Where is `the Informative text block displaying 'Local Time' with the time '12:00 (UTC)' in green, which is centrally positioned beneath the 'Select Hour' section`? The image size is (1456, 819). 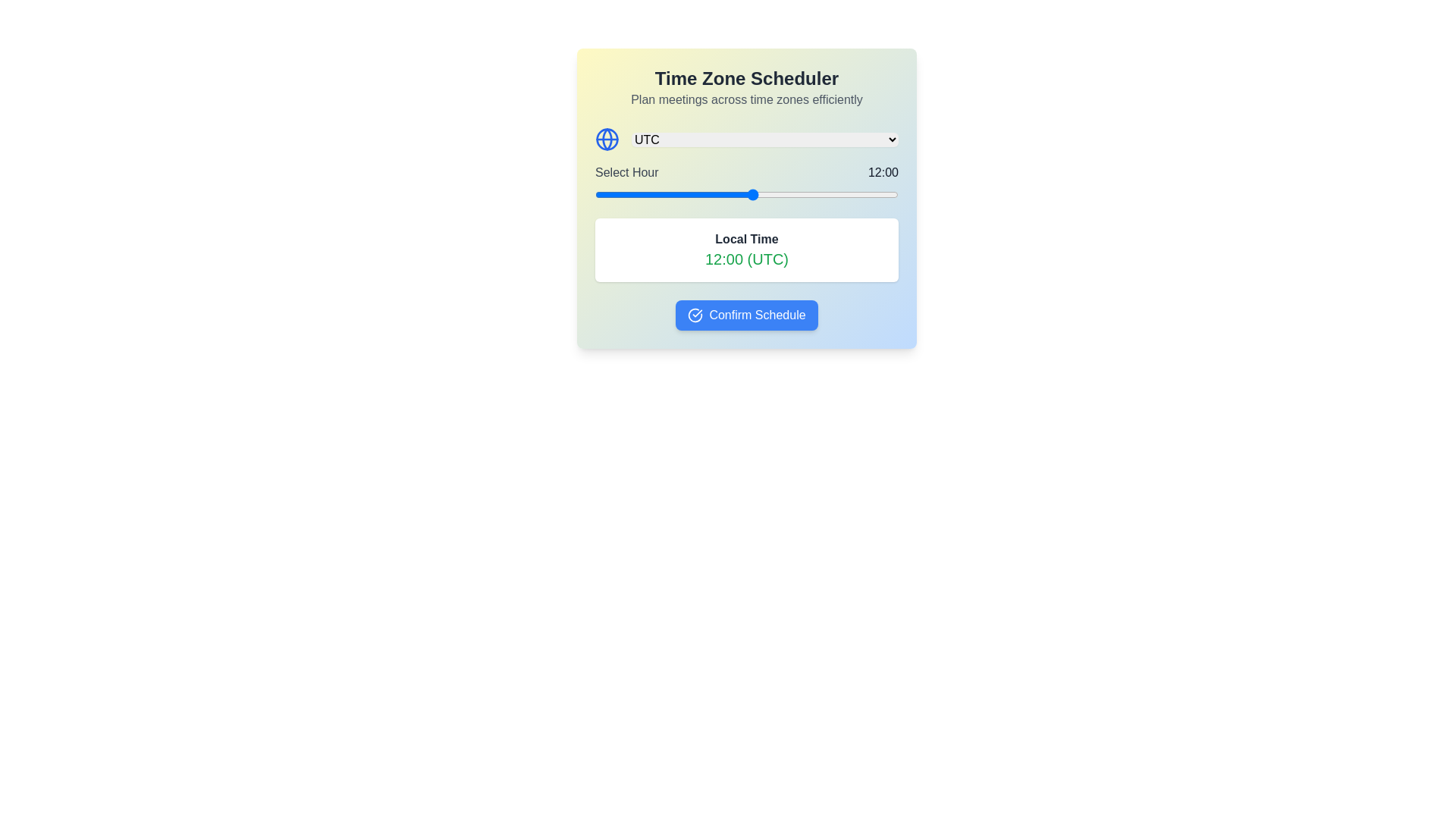
the Informative text block displaying 'Local Time' with the time '12:00 (UTC)' in green, which is centrally positioned beneath the 'Select Hour' section is located at coordinates (746, 249).